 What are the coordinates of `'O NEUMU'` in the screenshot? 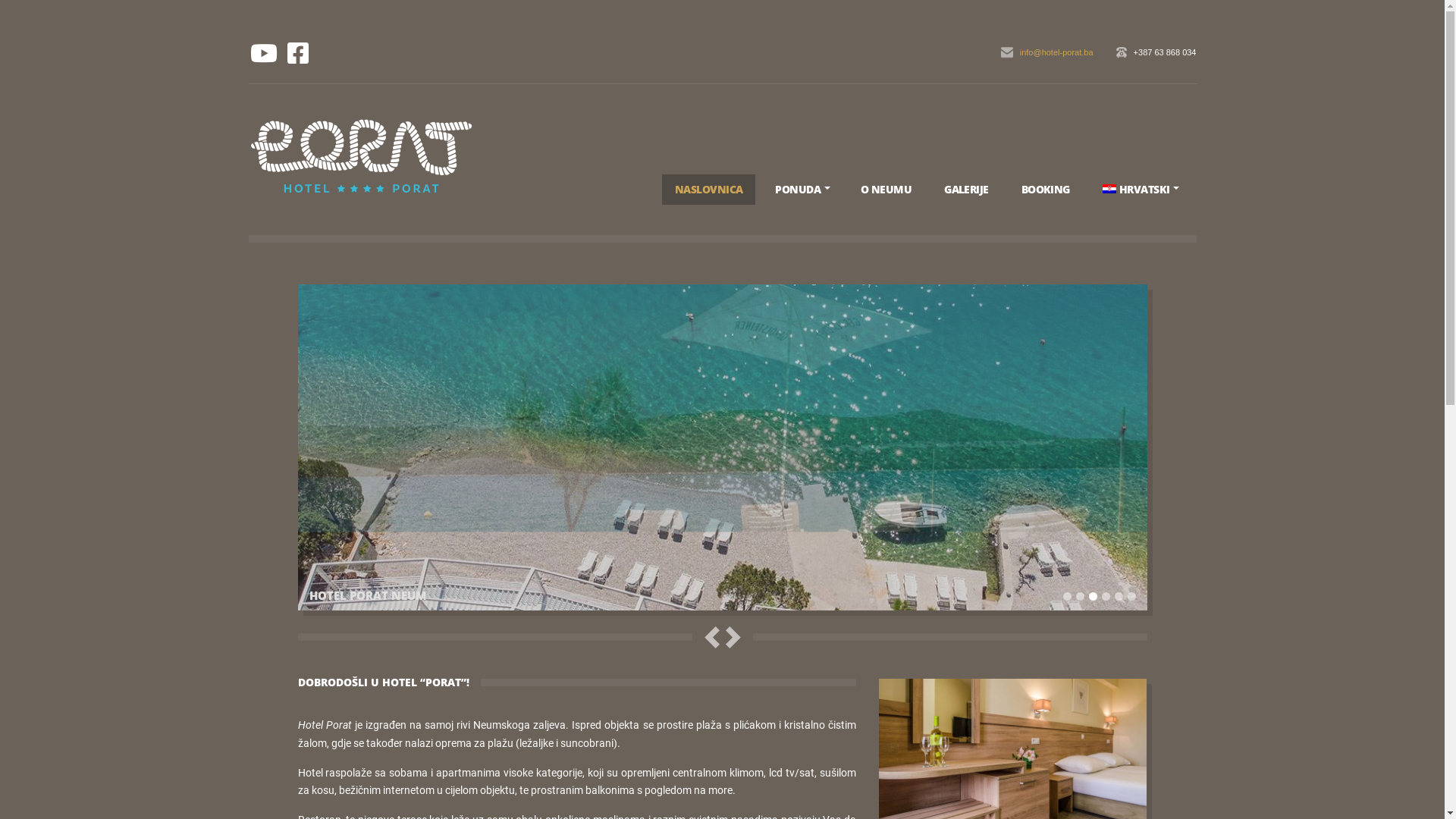 It's located at (886, 189).